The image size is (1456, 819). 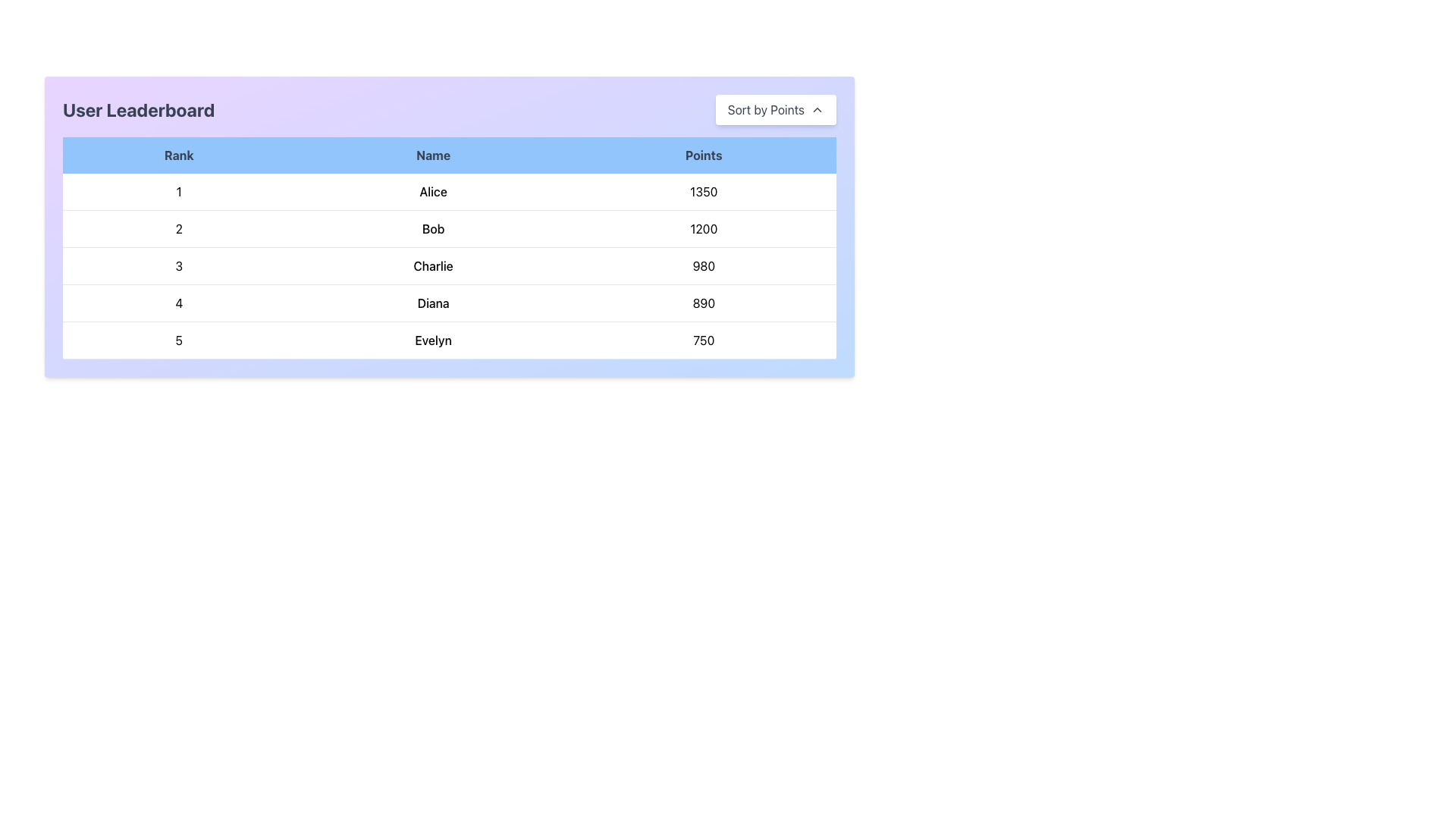 I want to click on the last table cell in the 'Points' column associated with user 'Evelyn', so click(x=703, y=339).